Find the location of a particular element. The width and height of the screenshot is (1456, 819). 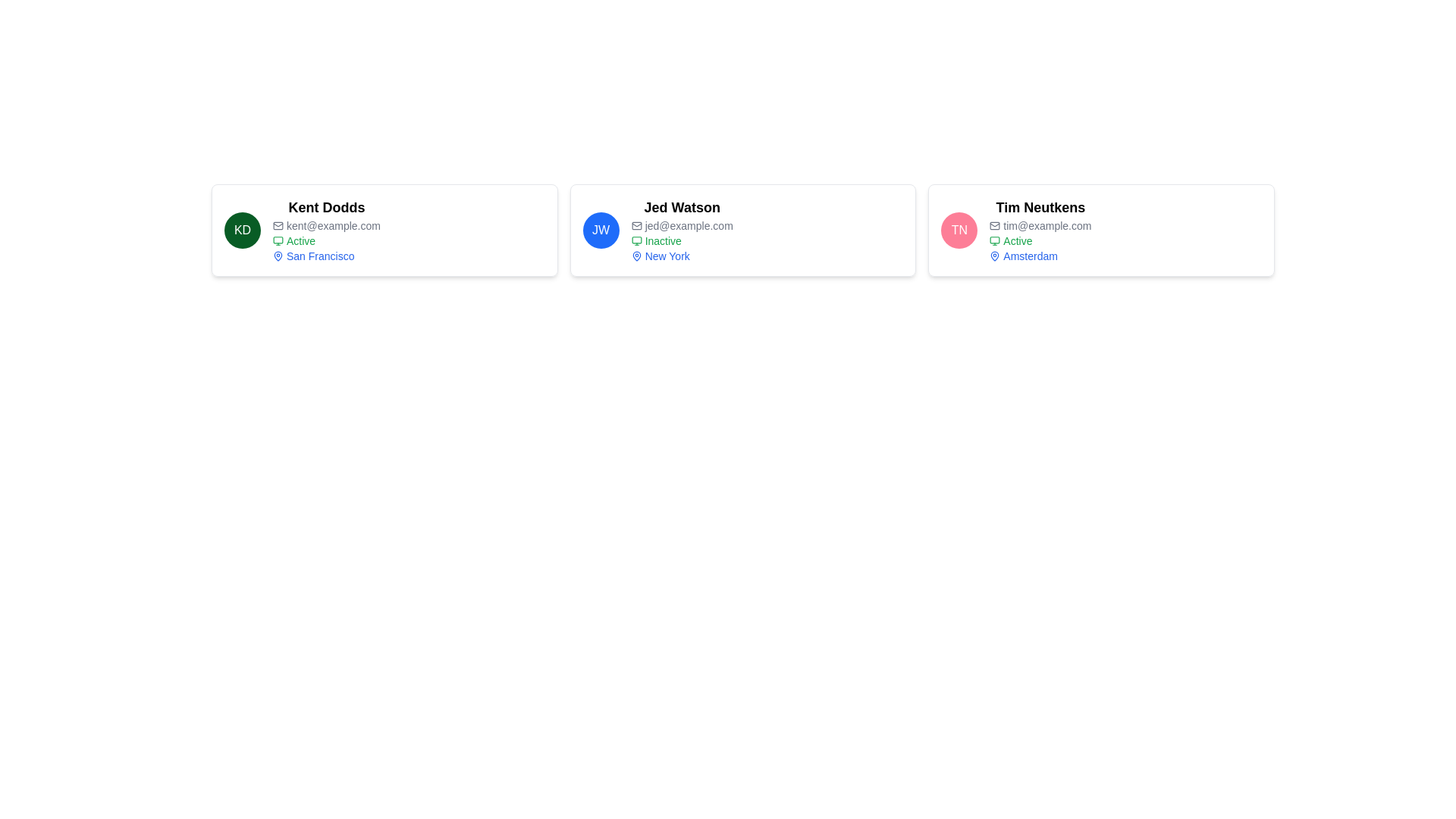

the Profile Card displaying user information for Tim Neutkens, which includes a circular avatar with initials 'TN', name in bold, email in gray, status 'Active' in green, and location 'Amsterdam' in blue is located at coordinates (1101, 231).